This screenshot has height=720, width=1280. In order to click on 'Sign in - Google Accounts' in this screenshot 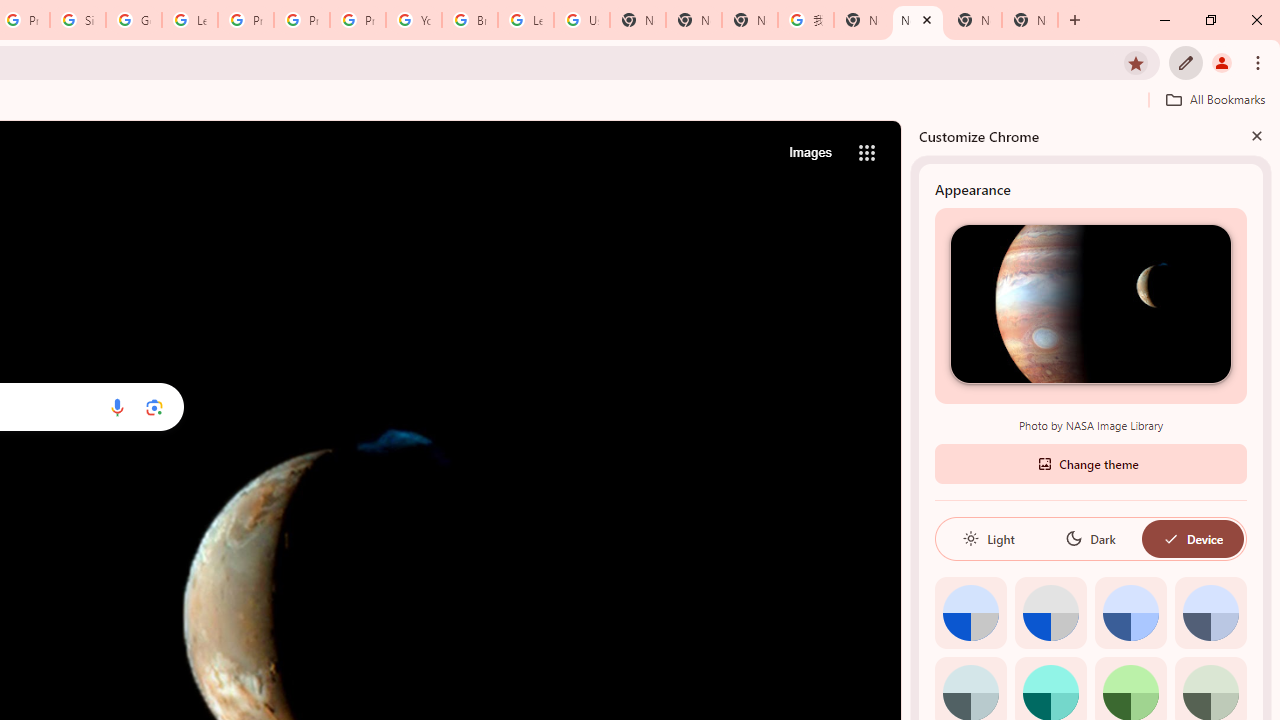, I will do `click(78, 20)`.